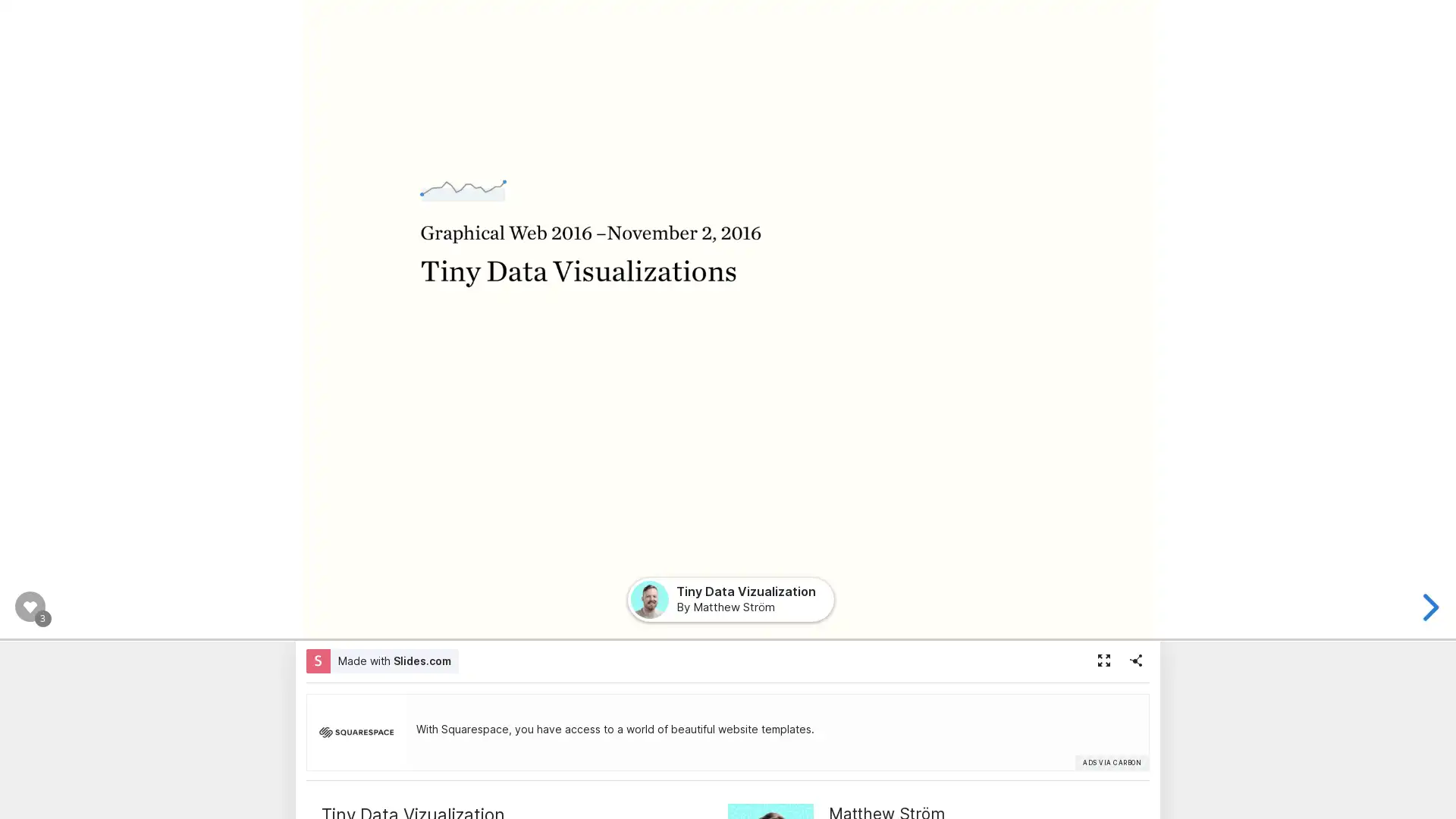 This screenshot has height=819, width=1456. Describe the element at coordinates (1429, 607) in the screenshot. I see `next slide` at that location.